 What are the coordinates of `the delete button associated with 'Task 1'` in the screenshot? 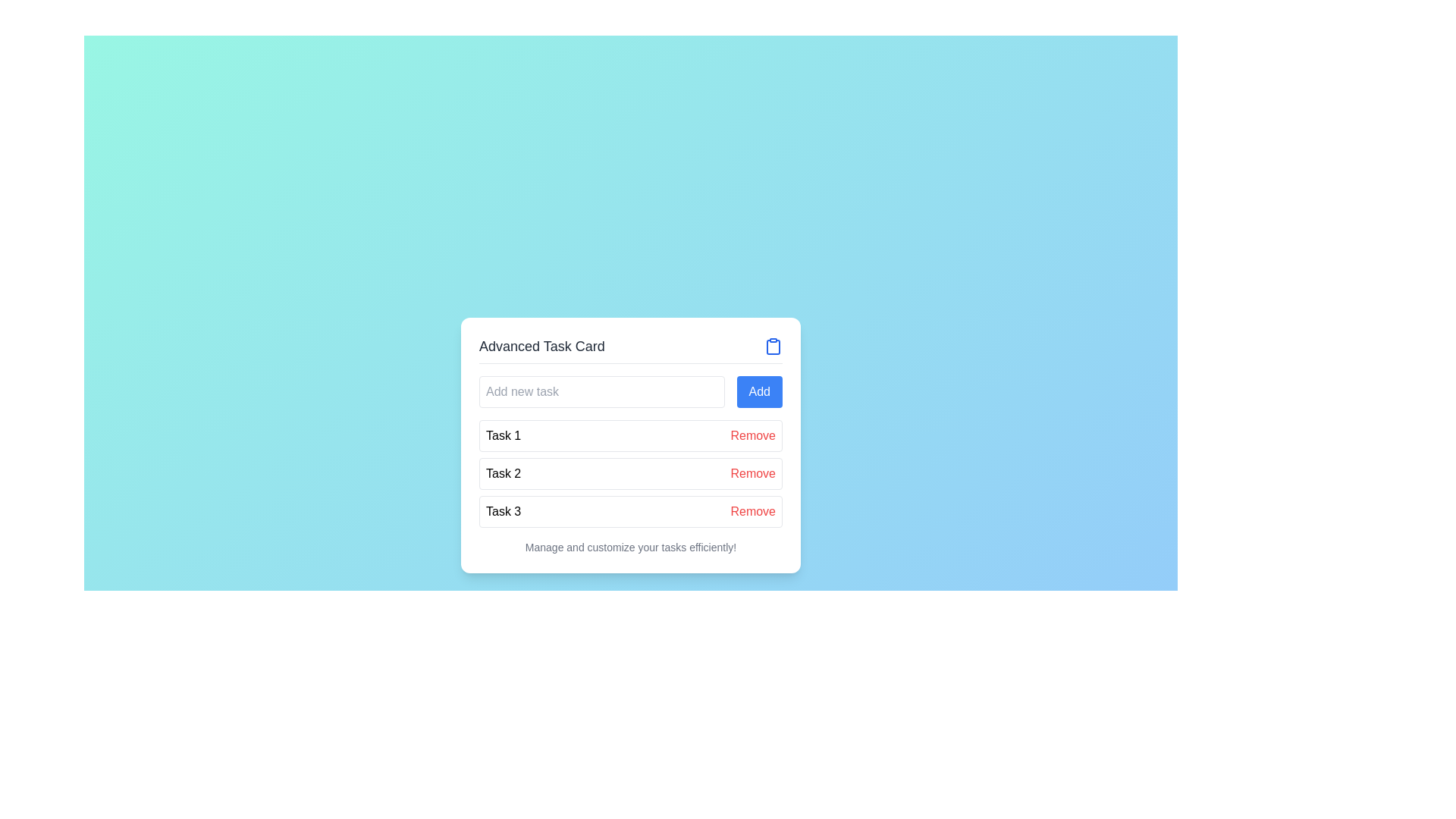 It's located at (753, 435).